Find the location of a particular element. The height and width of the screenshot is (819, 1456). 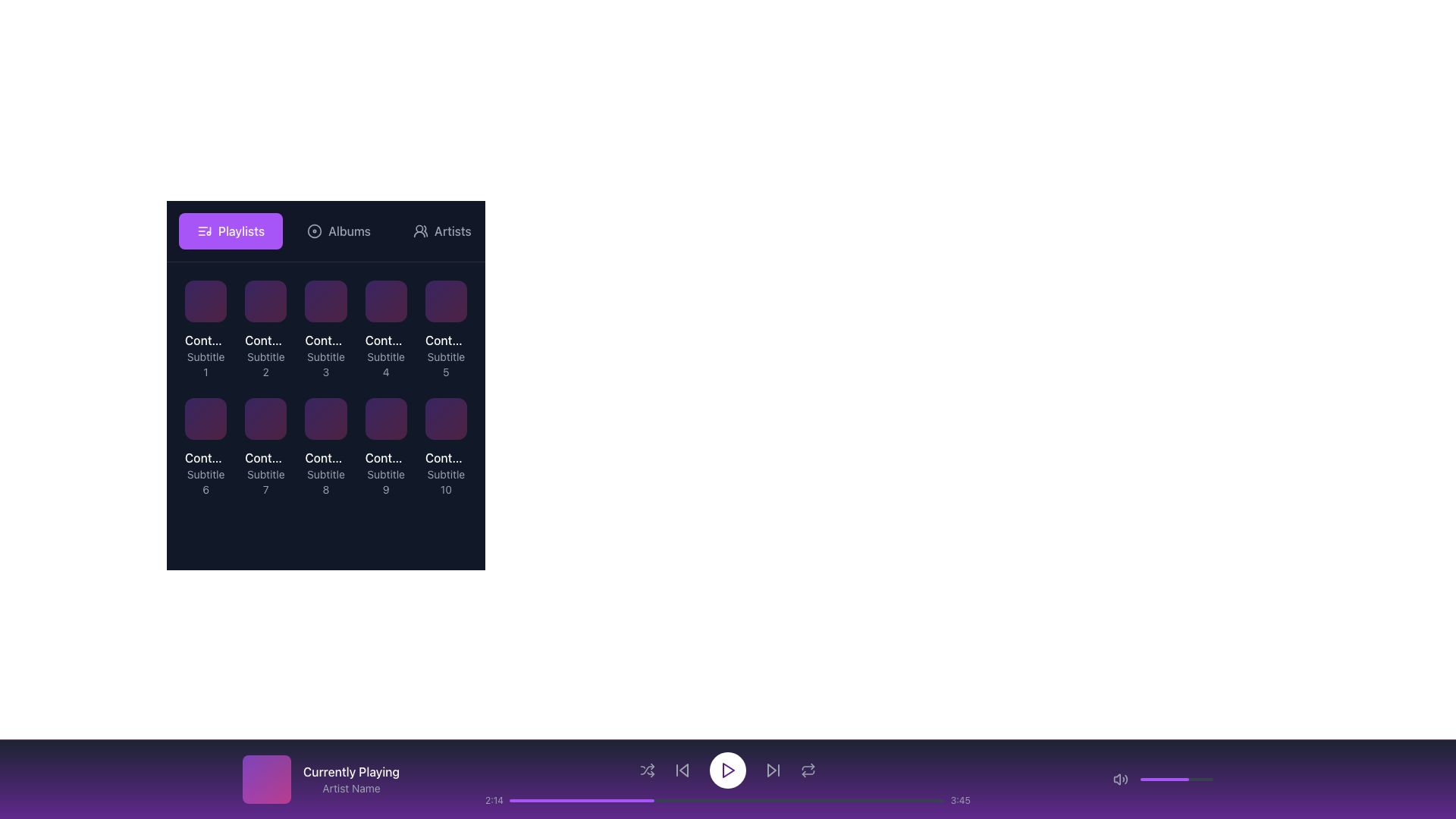

the Graphic Tile labeled 'Content Title 8 Subtitle 8', which is the 8th item in a grid layout of 10 items, located in the middle row, third column from the left is located at coordinates (325, 419).